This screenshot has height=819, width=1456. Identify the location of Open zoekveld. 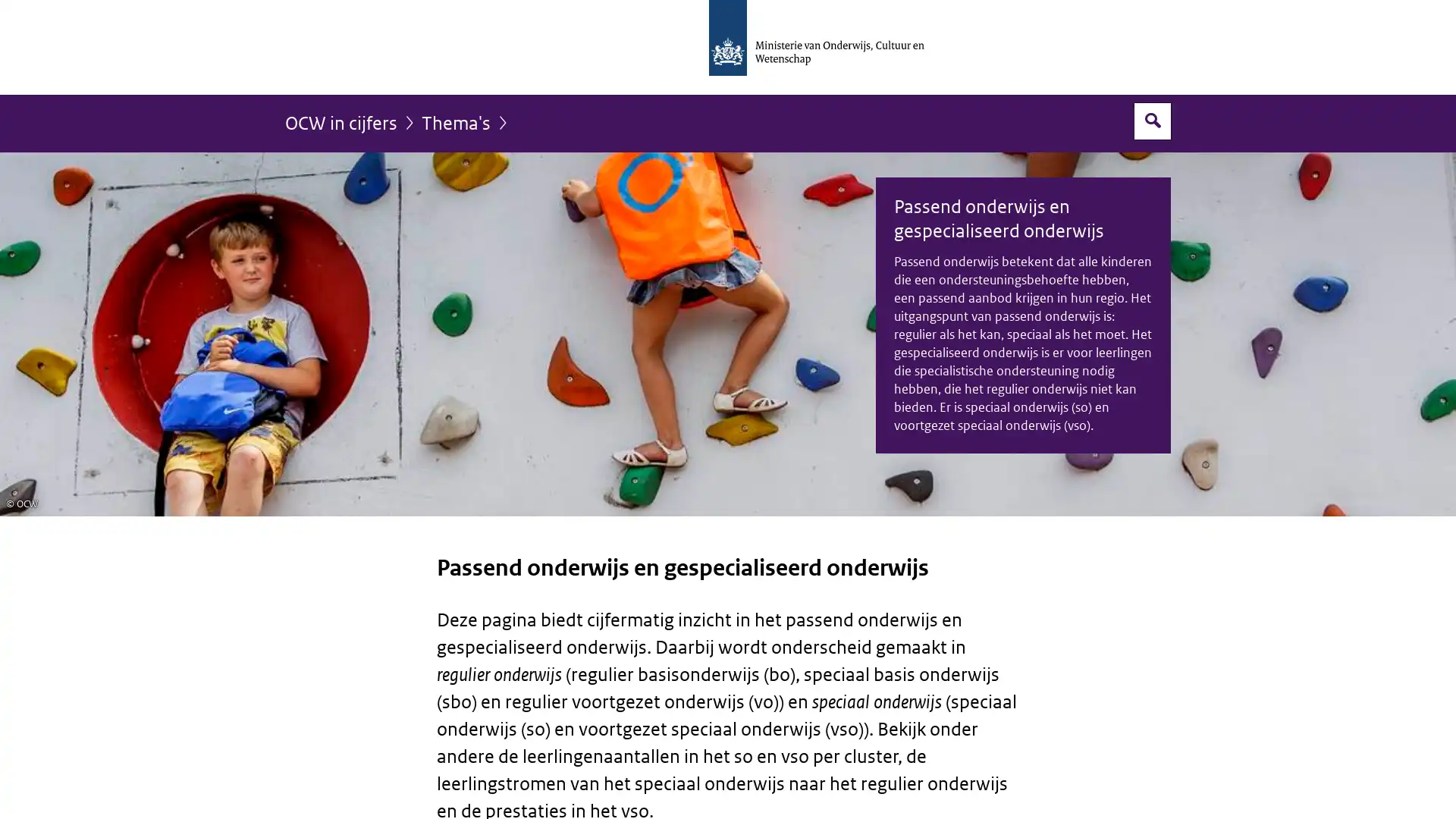
(1153, 120).